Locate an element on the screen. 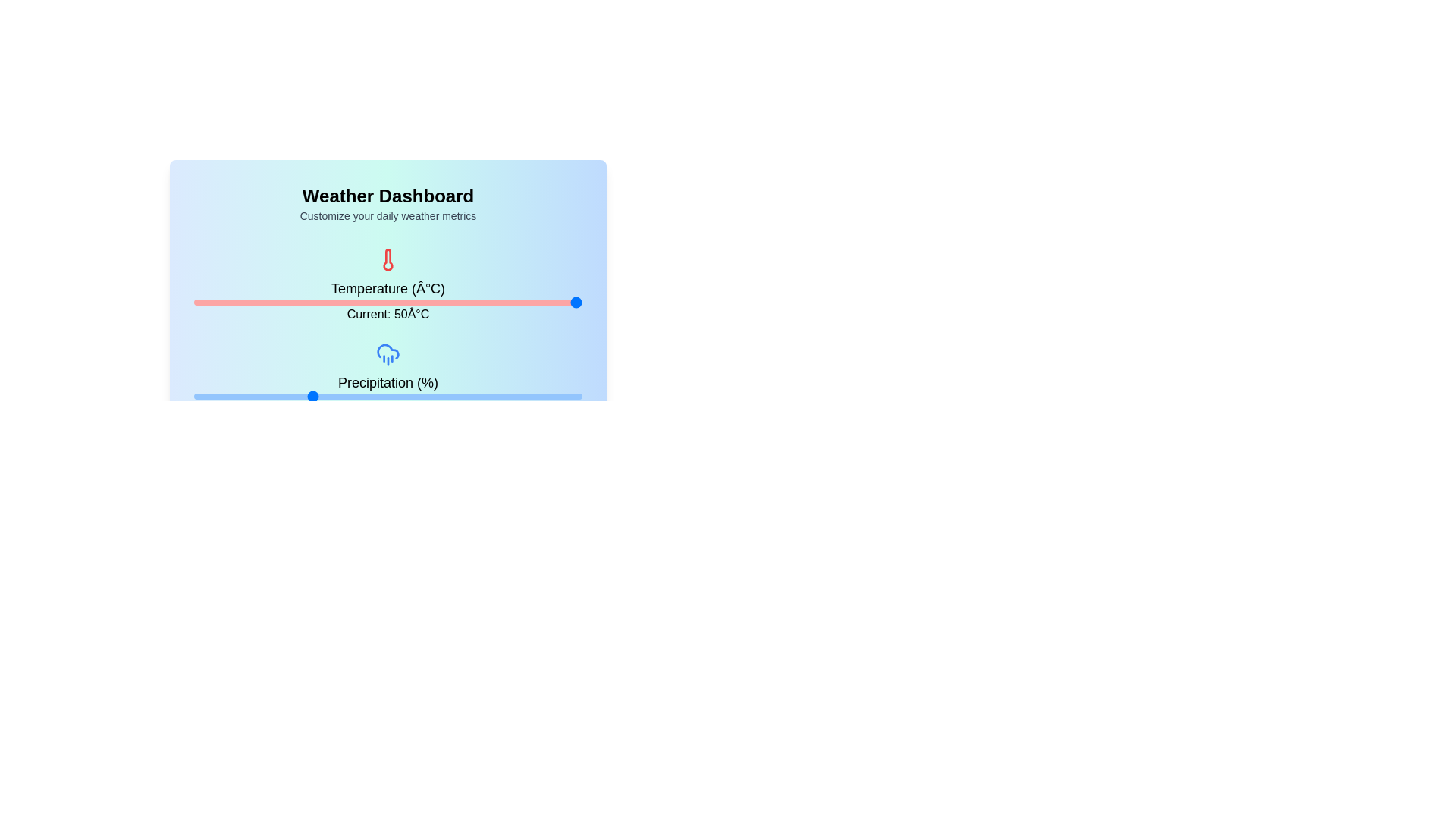 The image size is (1456, 819). precipitation is located at coordinates (299, 396).